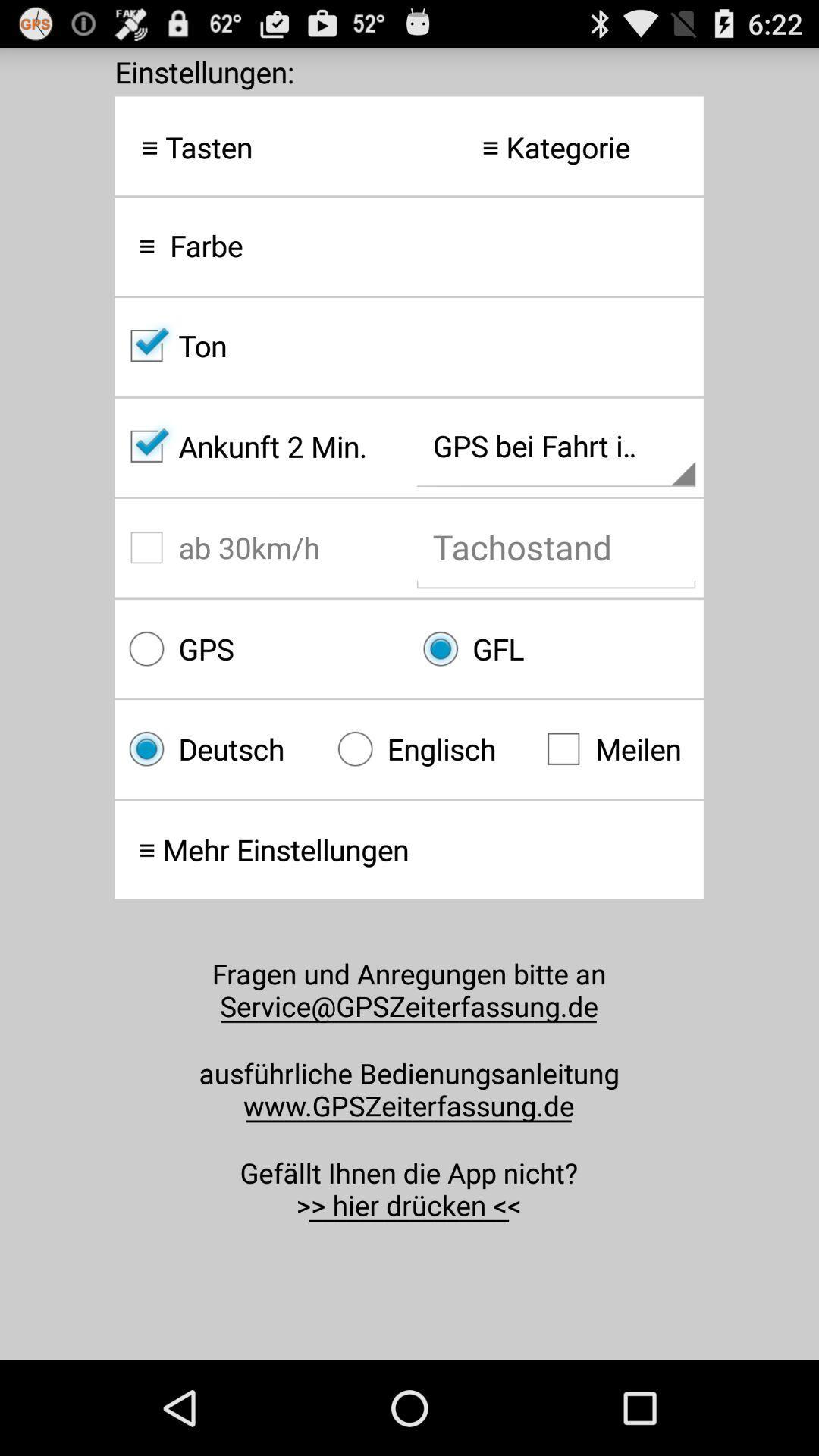 The height and width of the screenshot is (1456, 819). Describe the element at coordinates (408, 345) in the screenshot. I see `ton checkbox` at that location.